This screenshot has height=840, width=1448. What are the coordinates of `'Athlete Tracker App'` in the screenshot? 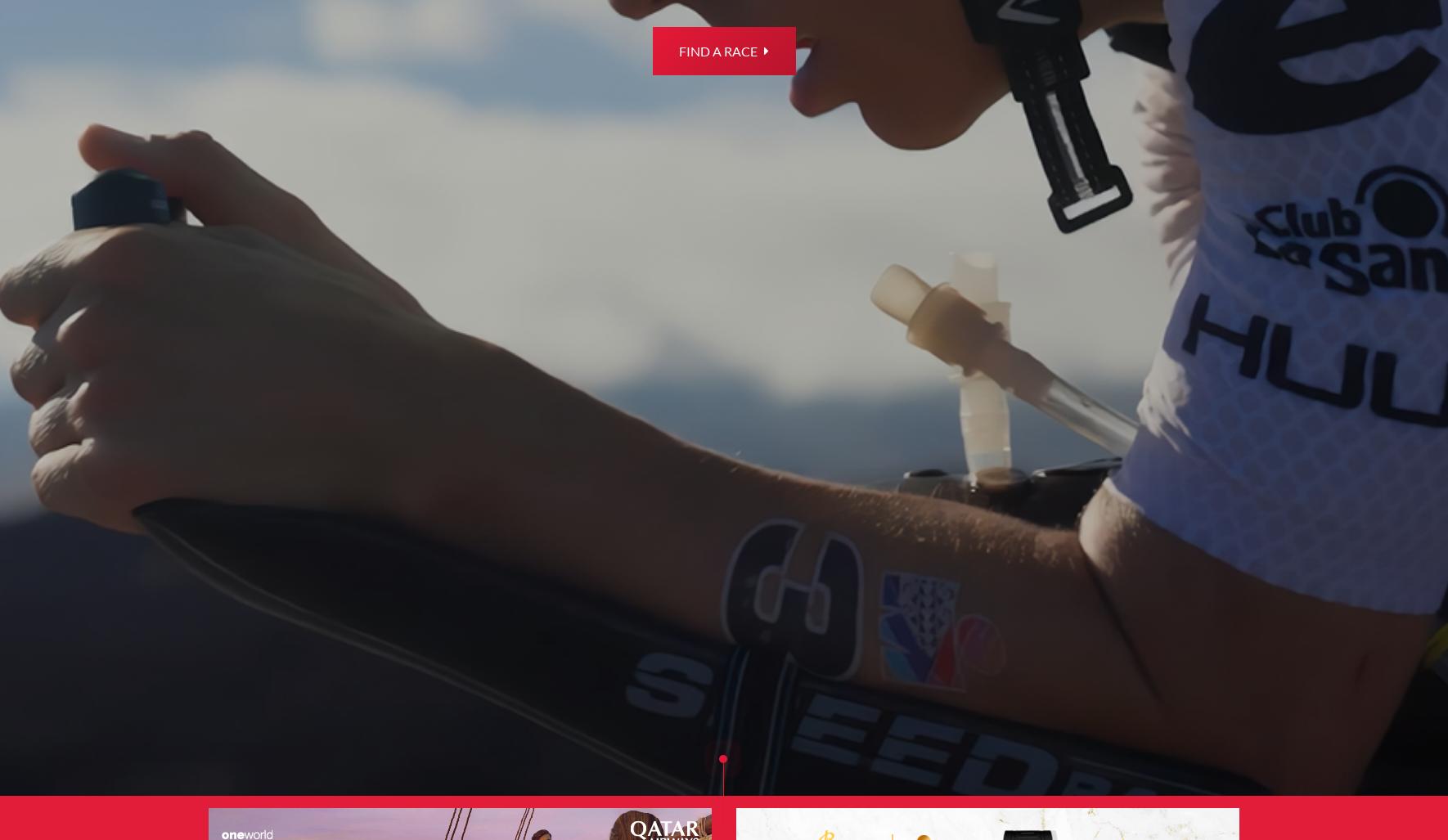 It's located at (824, 407).